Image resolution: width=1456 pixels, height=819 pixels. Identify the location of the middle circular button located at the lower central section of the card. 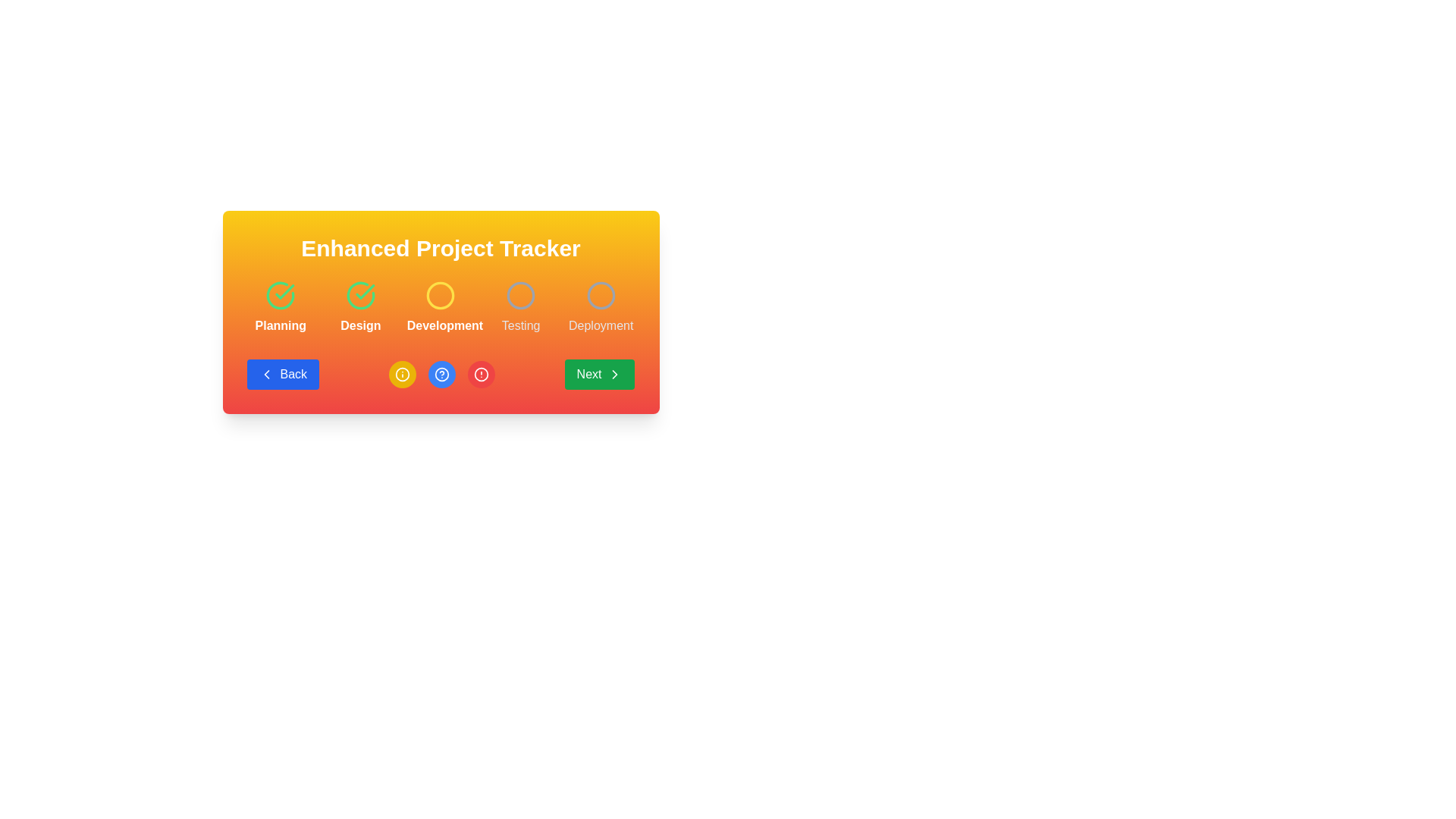
(440, 374).